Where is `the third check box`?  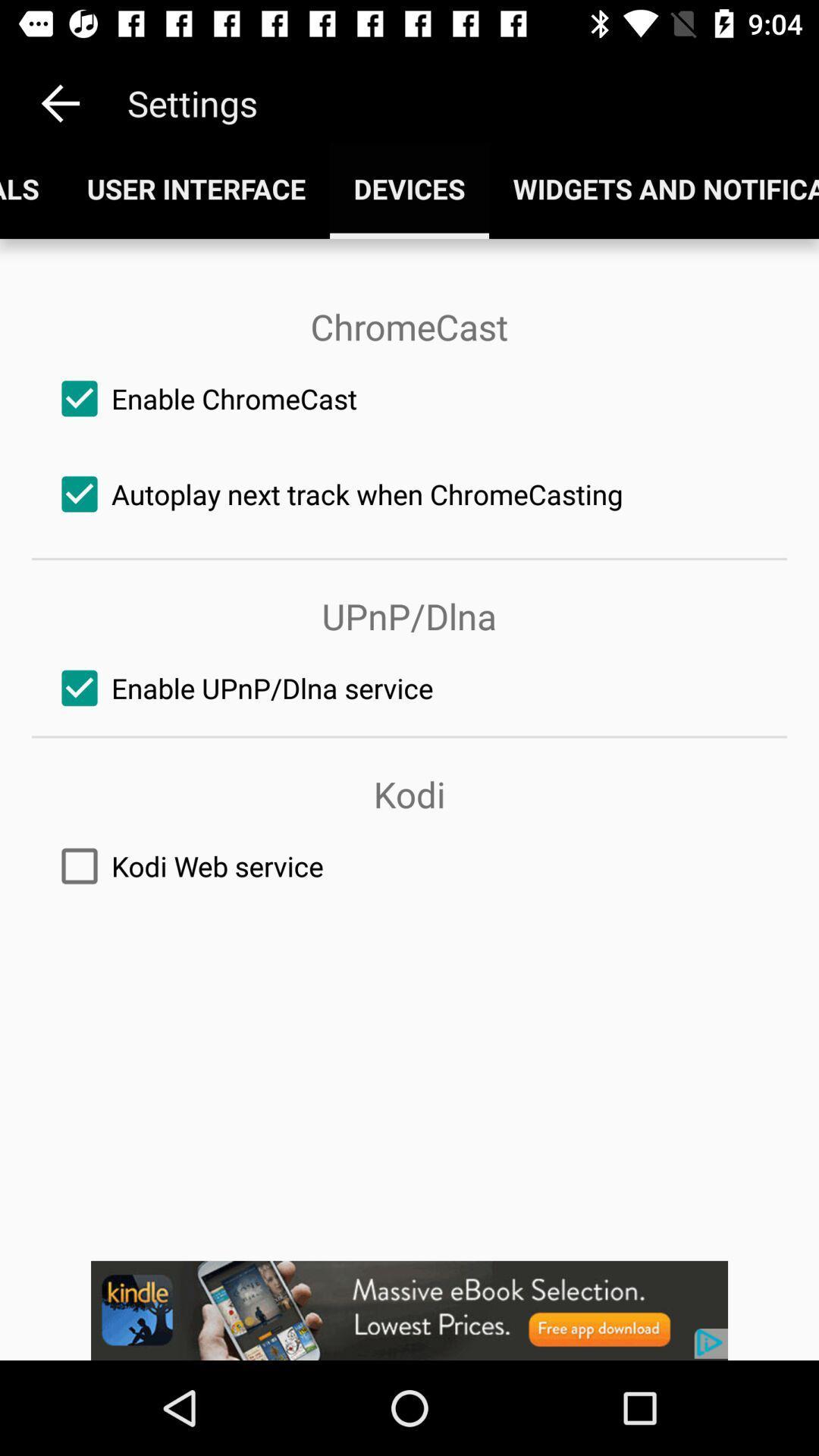 the third check box is located at coordinates (409, 687).